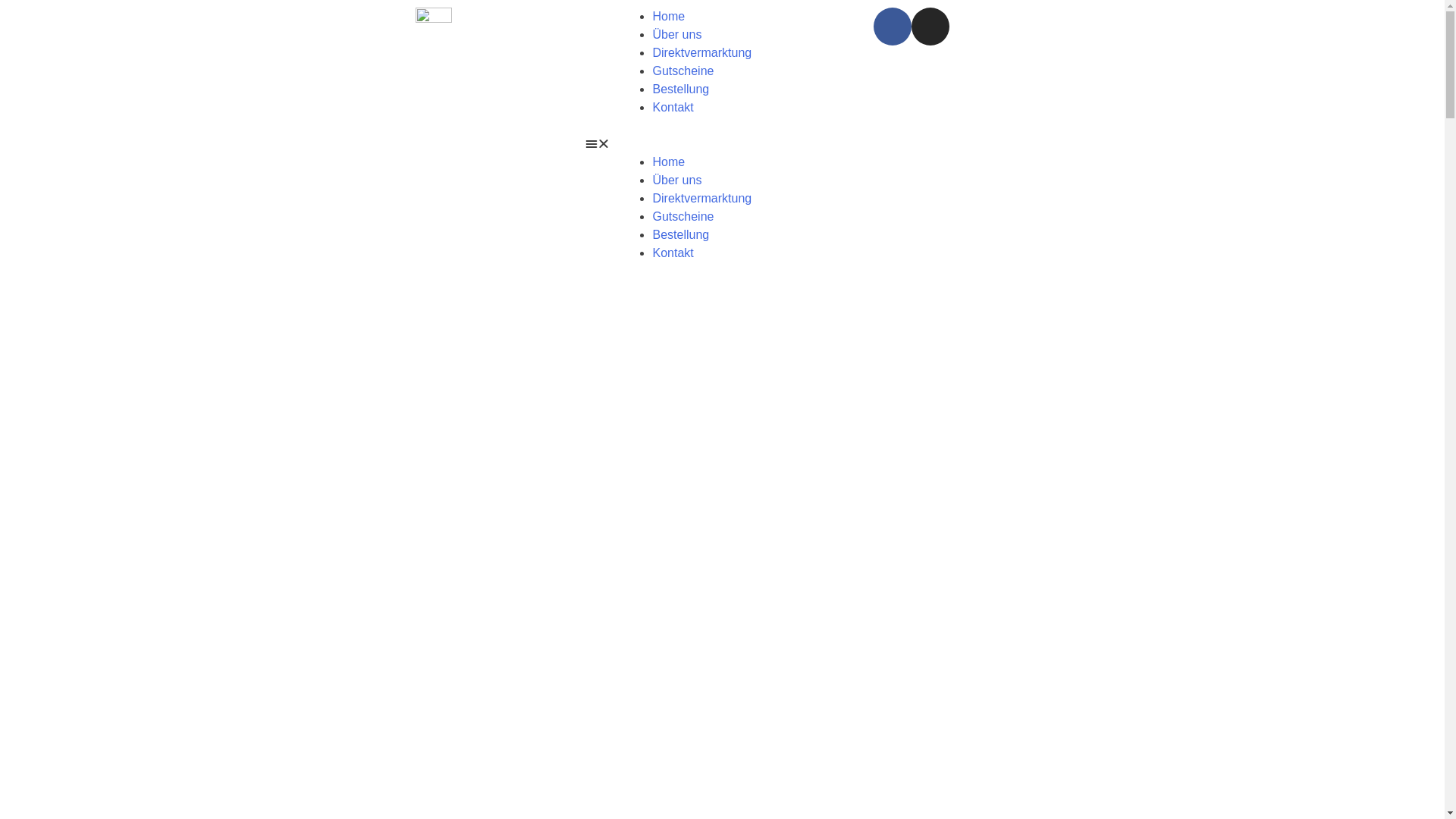  What do you see at coordinates (651, 16) in the screenshot?
I see `'Home'` at bounding box center [651, 16].